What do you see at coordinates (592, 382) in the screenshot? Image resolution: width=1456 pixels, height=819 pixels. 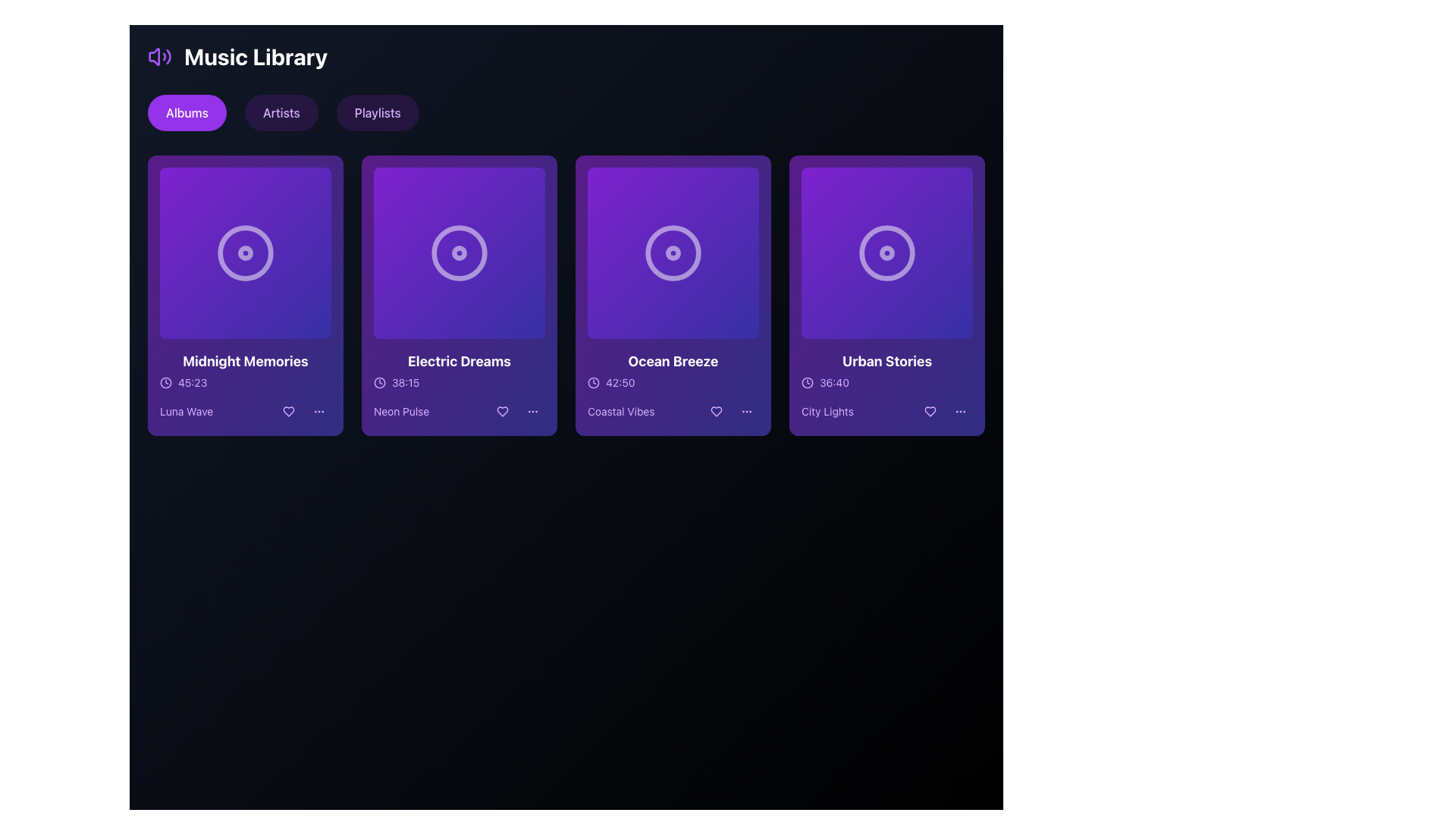 I see `the clock icon located in the 'Ocean Breeze' card, which is identified by its circular outline and clock hands, positioned before the time text '42:50'` at bounding box center [592, 382].